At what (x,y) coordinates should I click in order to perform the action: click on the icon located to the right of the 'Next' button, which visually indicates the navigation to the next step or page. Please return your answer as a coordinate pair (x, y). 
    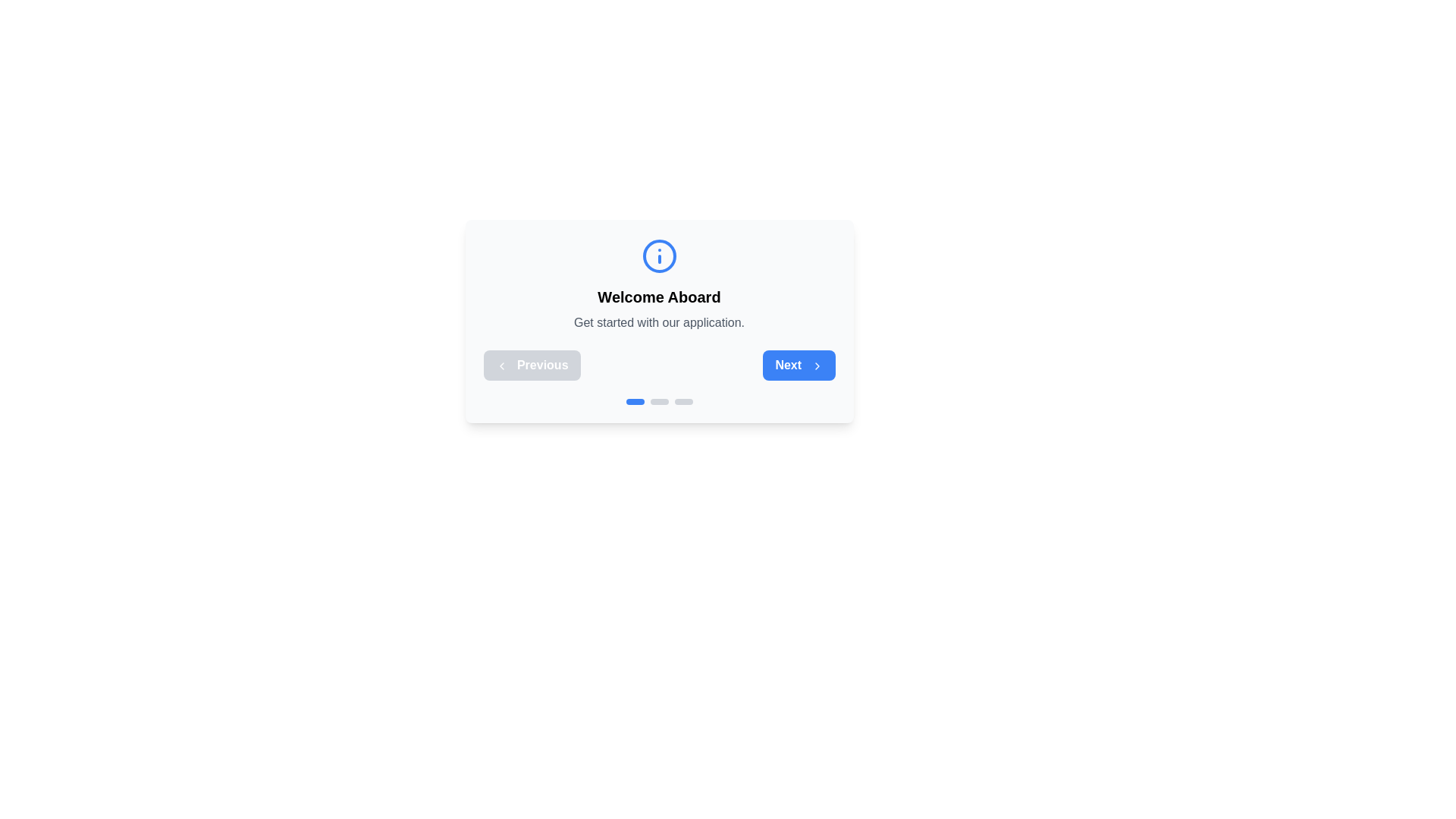
    Looking at the image, I should click on (816, 366).